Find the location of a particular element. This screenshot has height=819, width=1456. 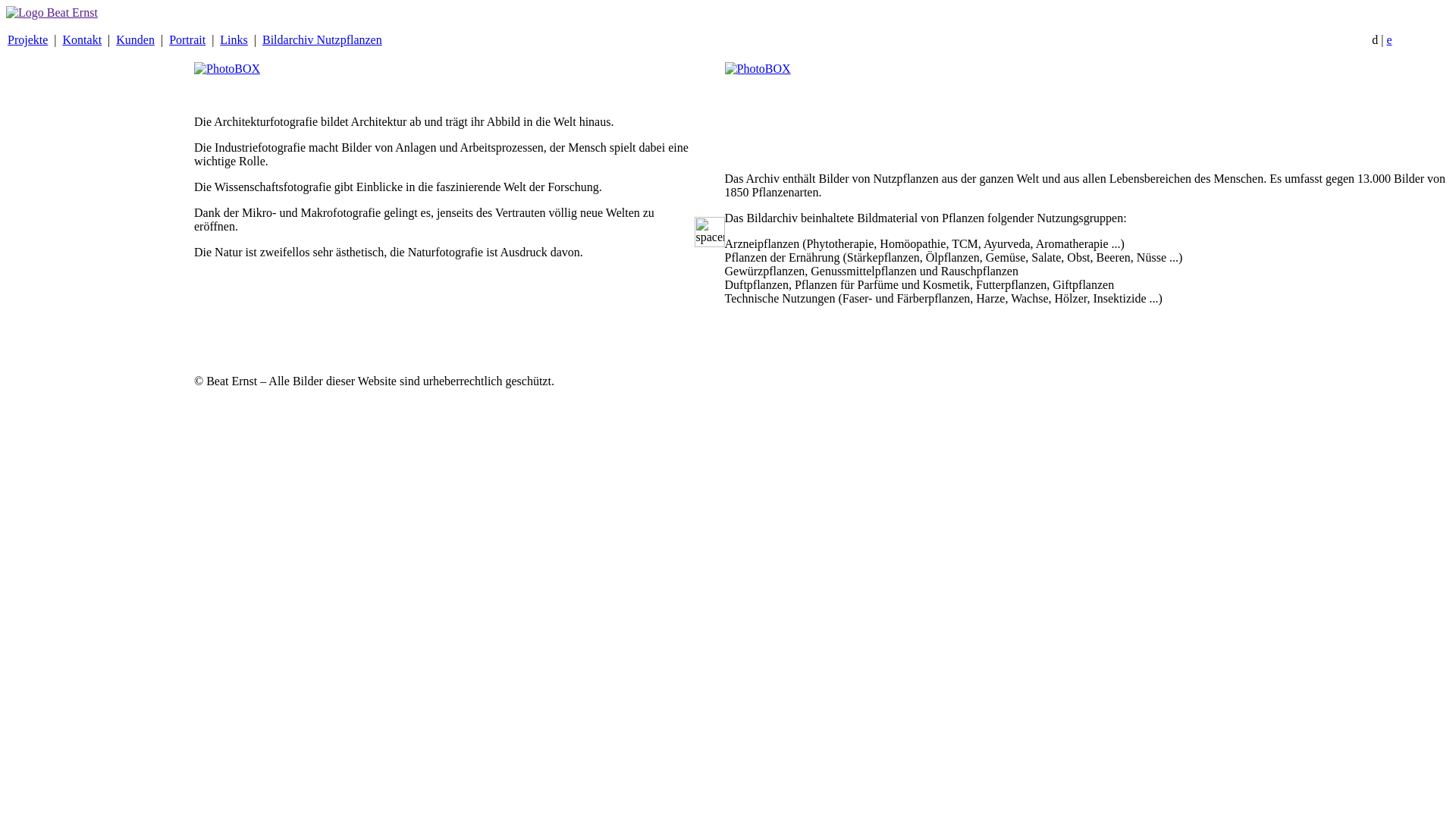

'Kunden' is located at coordinates (135, 39).